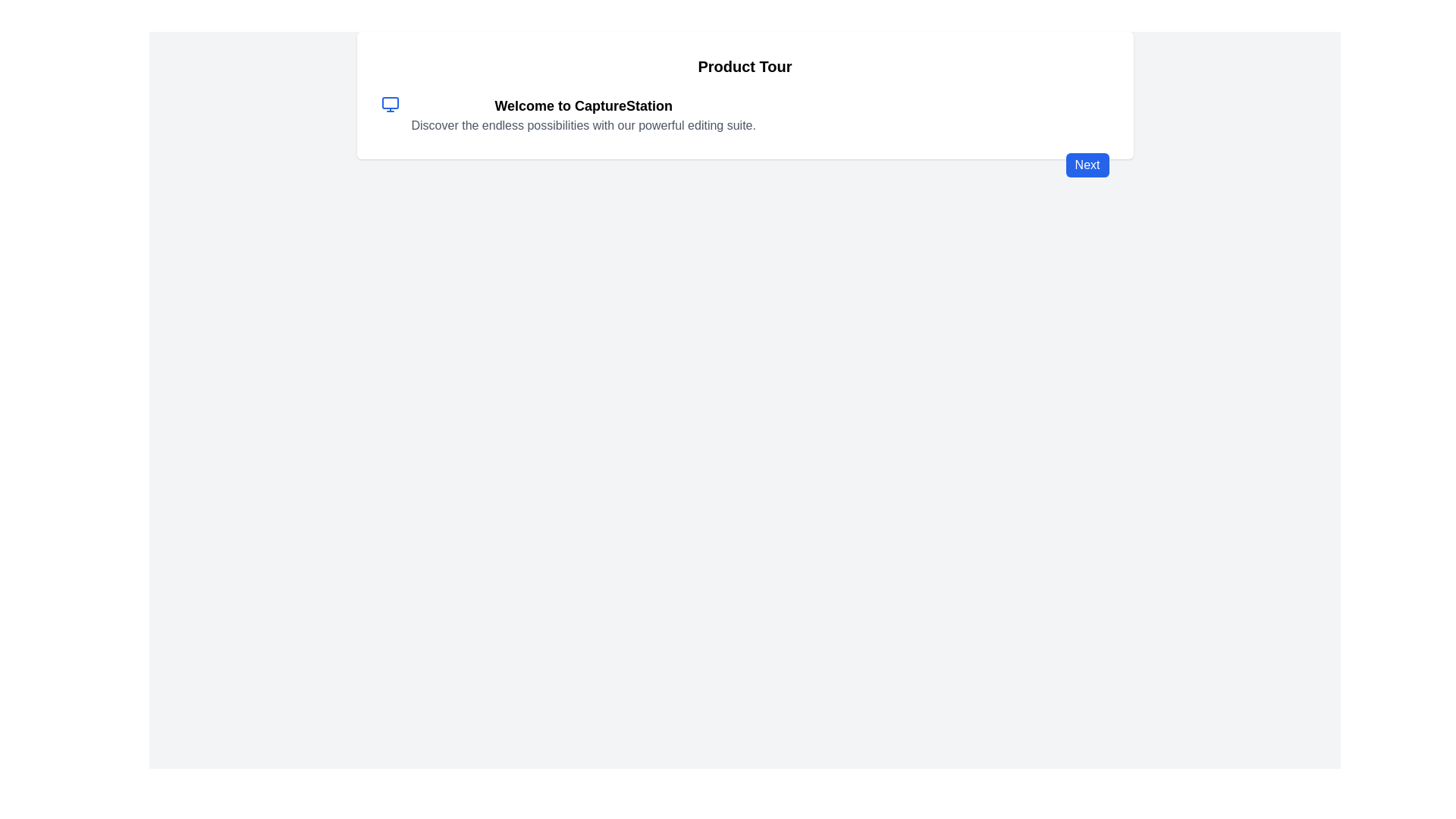 This screenshot has width=1456, height=819. Describe the element at coordinates (1087, 165) in the screenshot. I see `the navigation button located at the lower-right corner of the modal` at that location.